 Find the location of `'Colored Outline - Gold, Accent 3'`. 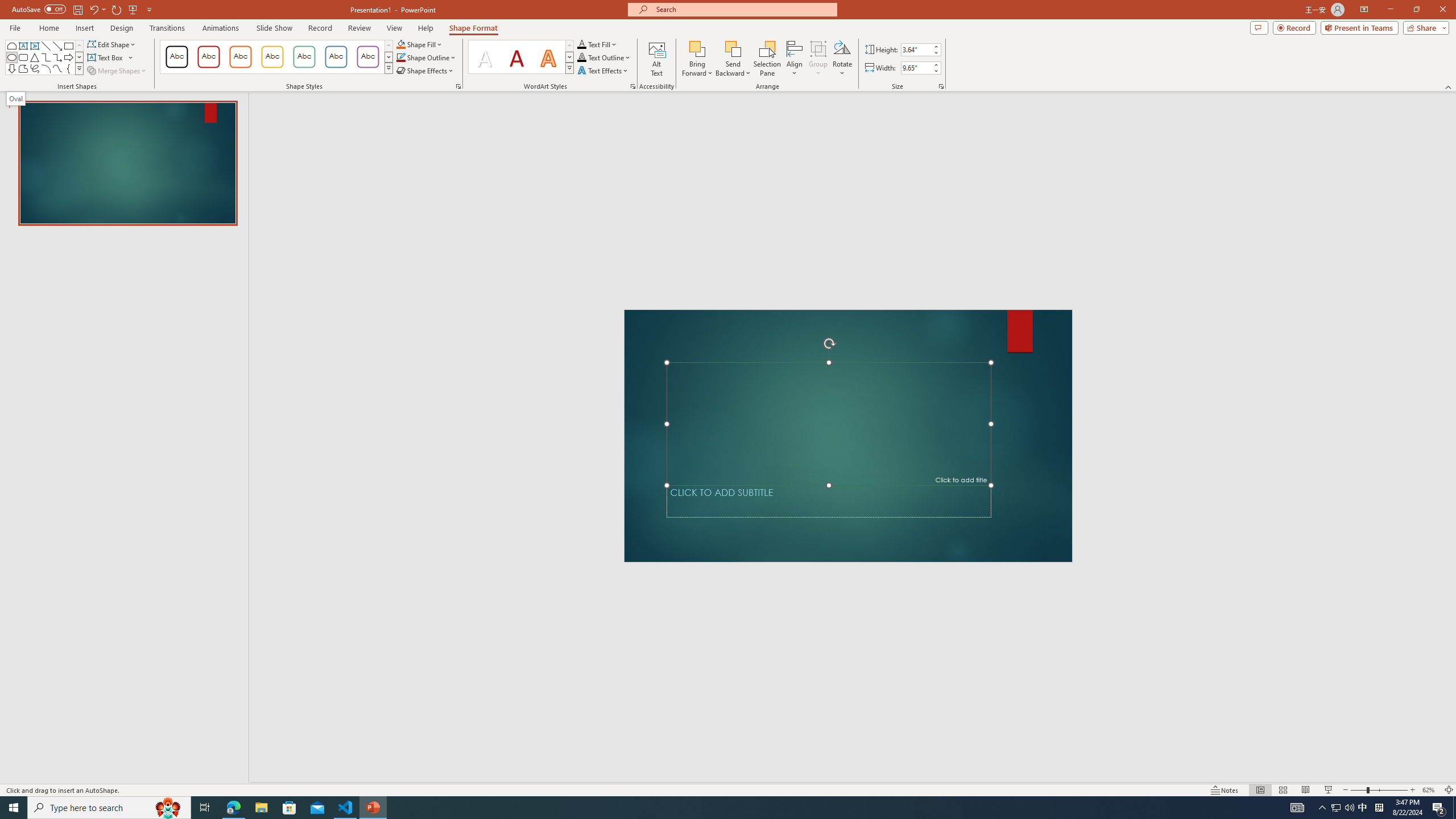

'Colored Outline - Gold, Accent 3' is located at coordinates (271, 56).